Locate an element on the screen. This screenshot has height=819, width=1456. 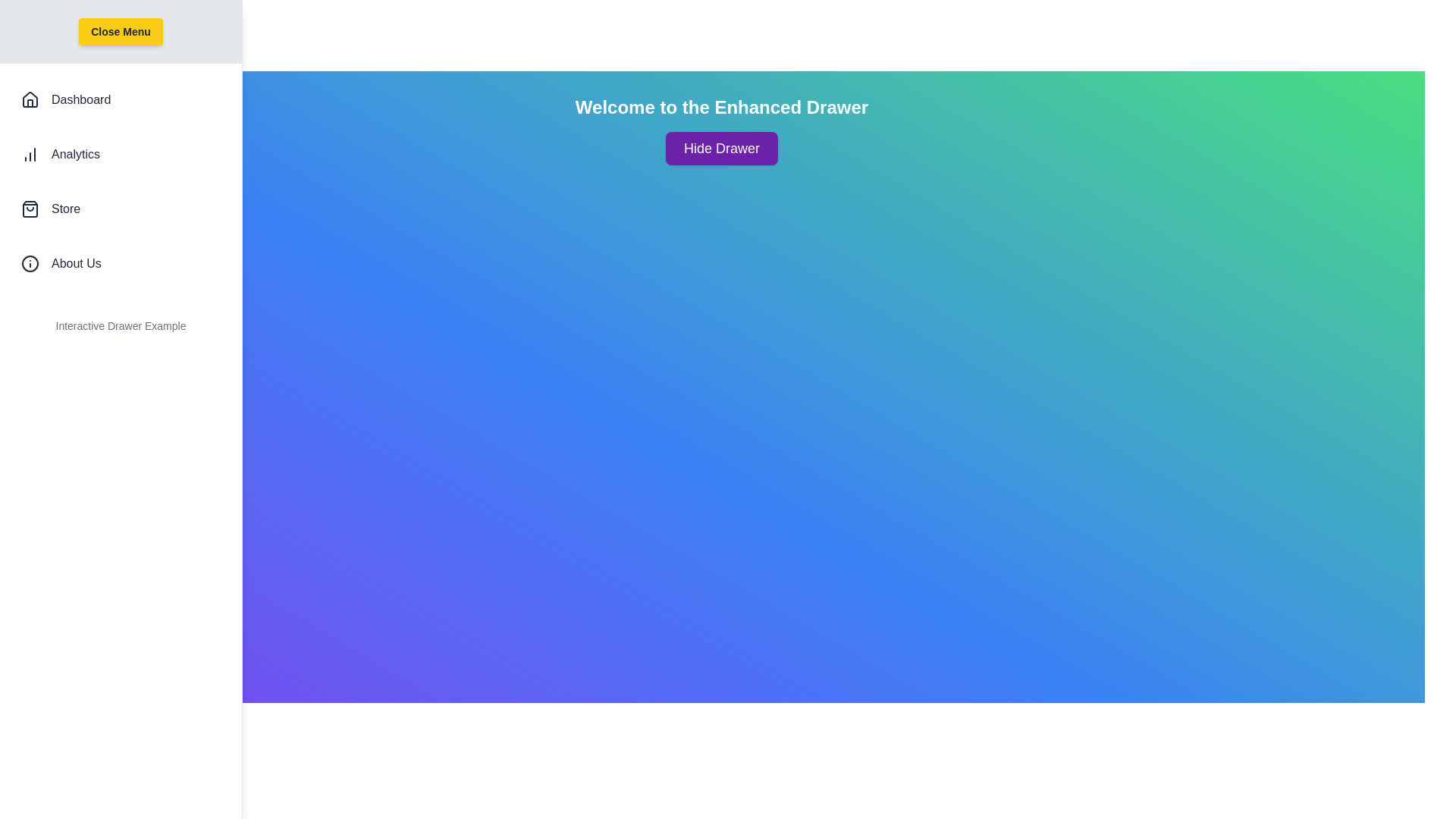
the 'Dashboard' list item to navigate is located at coordinates (120, 99).